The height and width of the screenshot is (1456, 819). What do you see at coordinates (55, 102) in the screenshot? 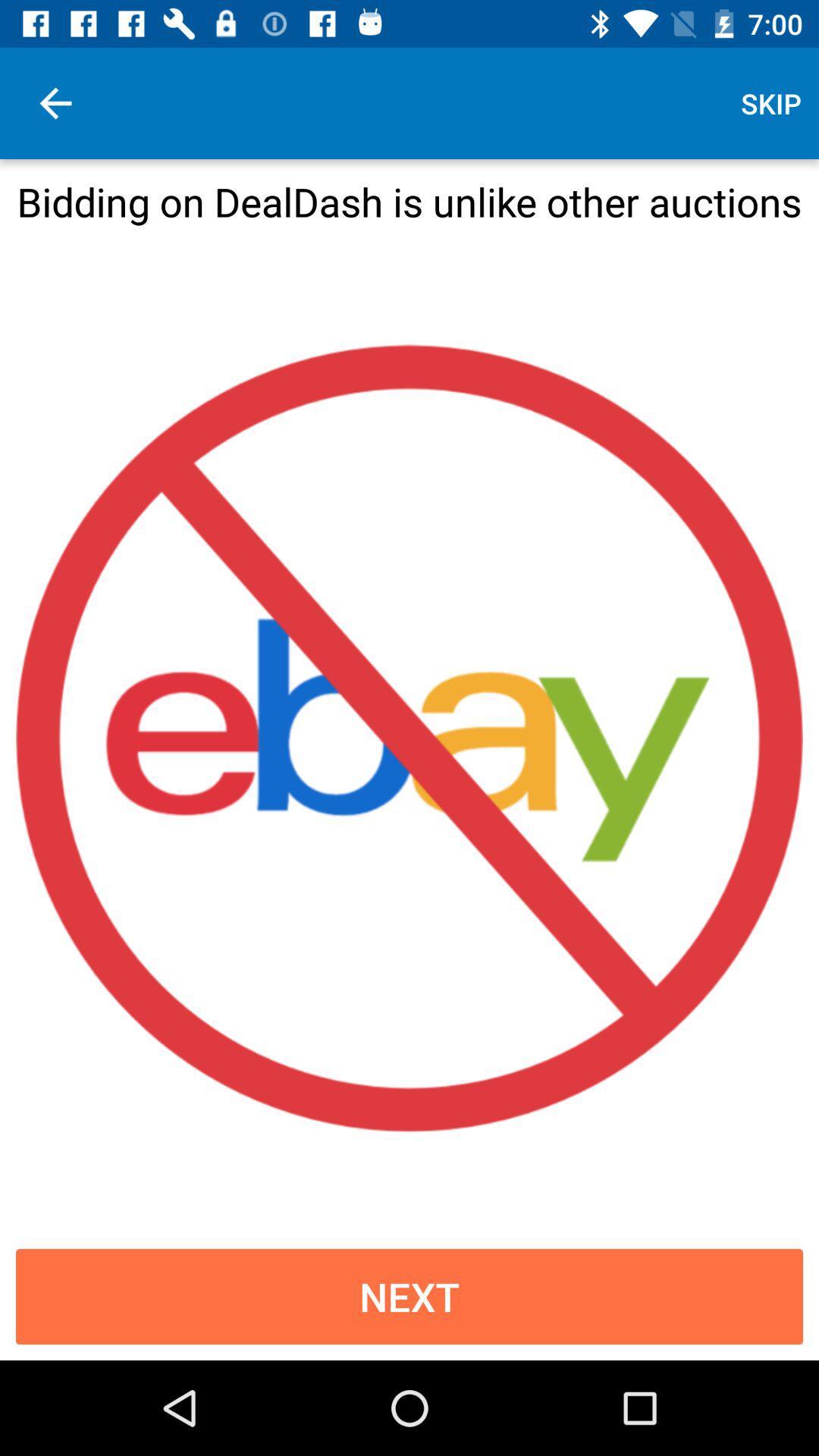
I see `item to the left of the skip item` at bounding box center [55, 102].